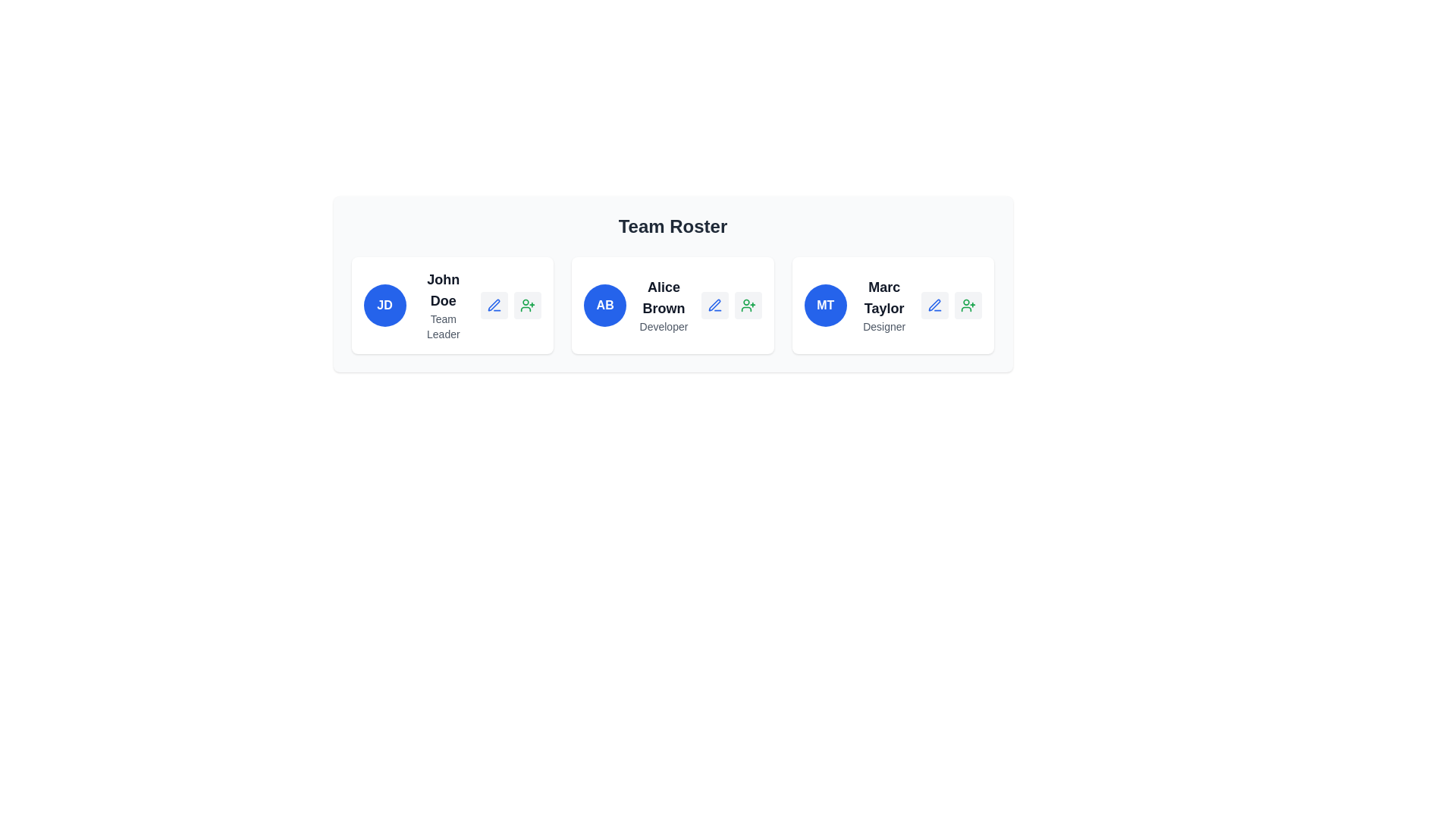  Describe the element at coordinates (934, 305) in the screenshot. I see `the small button with a light gray background and a blue pen icon, located in the card for user 'Marc Taylor'` at that location.